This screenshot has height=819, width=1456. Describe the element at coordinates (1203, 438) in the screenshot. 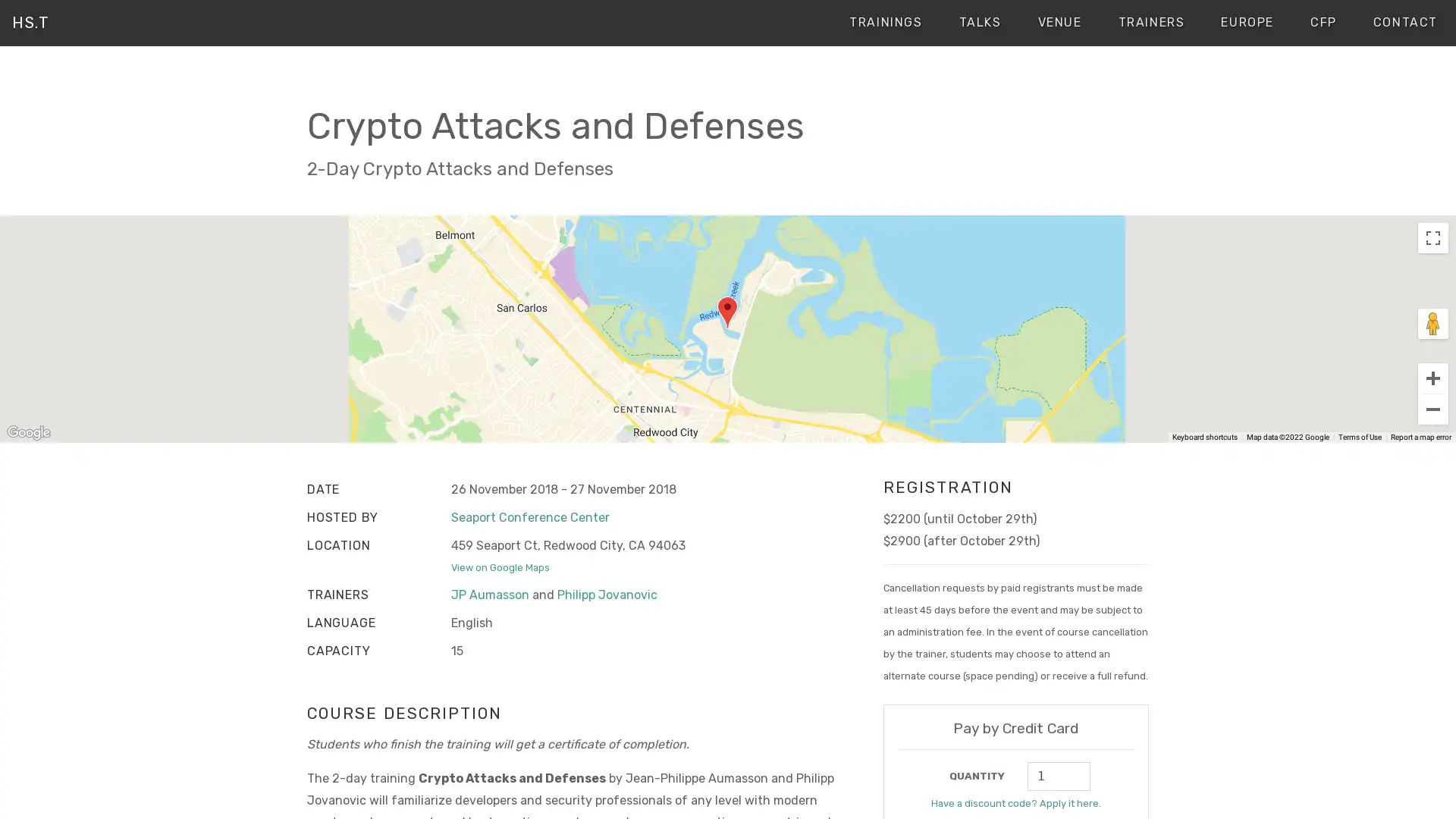

I see `Keyboard shortcuts` at that location.